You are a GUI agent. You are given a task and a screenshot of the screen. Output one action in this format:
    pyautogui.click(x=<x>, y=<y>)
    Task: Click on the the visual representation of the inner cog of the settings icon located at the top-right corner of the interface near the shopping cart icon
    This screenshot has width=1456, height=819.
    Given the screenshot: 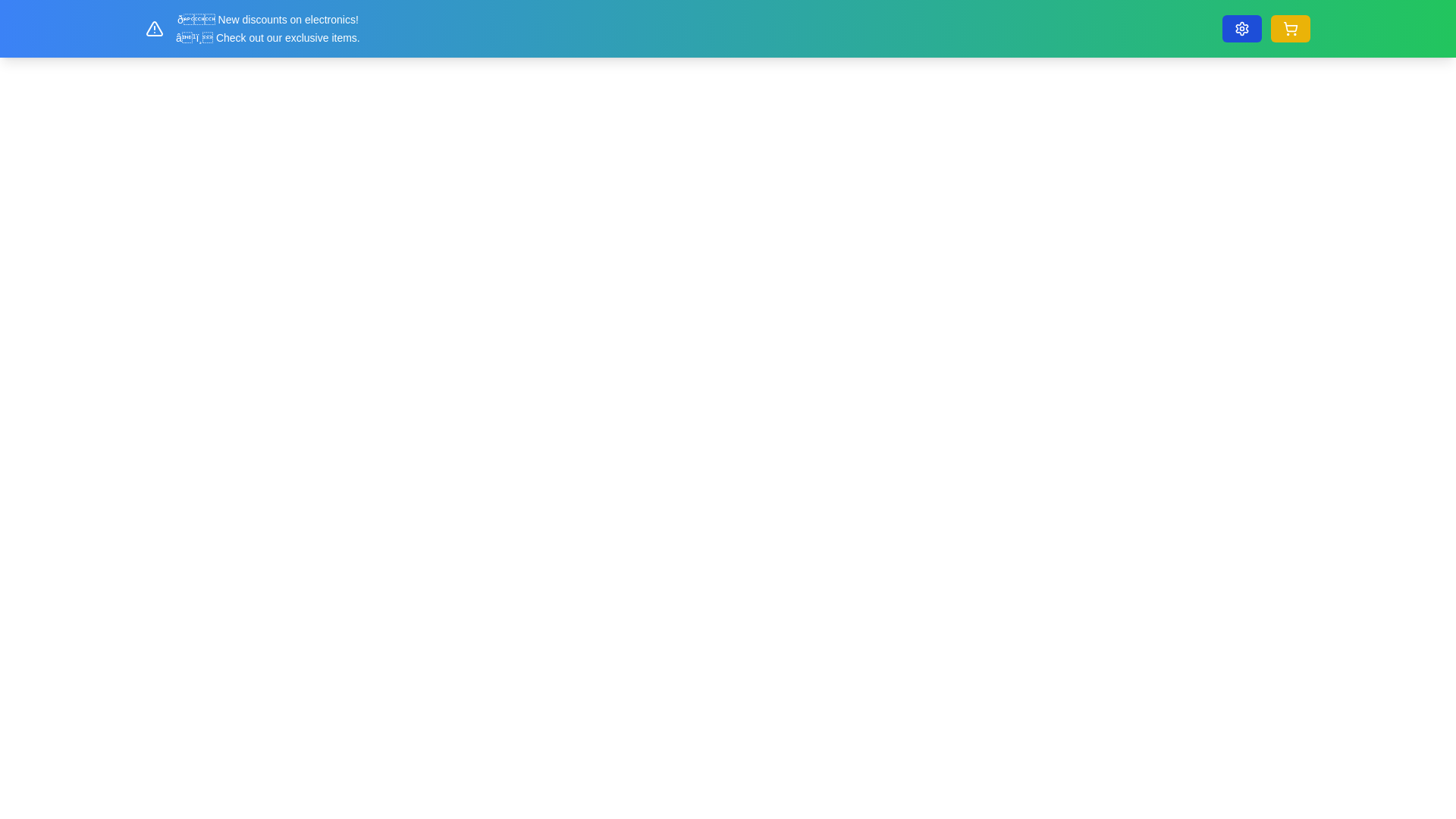 What is the action you would take?
    pyautogui.click(x=1241, y=29)
    